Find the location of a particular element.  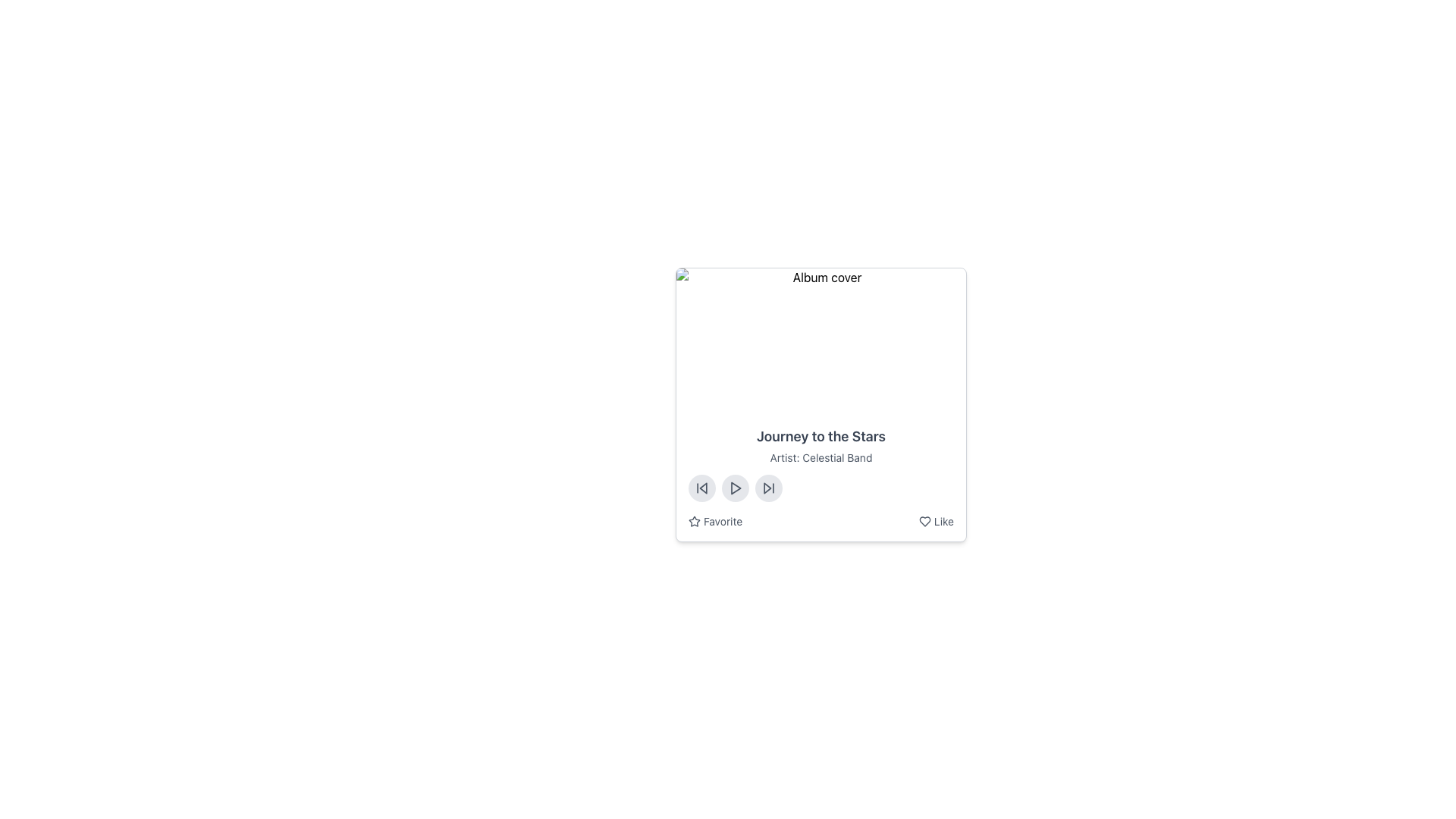

the display image element at the top of the card for the album 'Journey to the Stars' by 'Celestial Band' is located at coordinates (821, 341).